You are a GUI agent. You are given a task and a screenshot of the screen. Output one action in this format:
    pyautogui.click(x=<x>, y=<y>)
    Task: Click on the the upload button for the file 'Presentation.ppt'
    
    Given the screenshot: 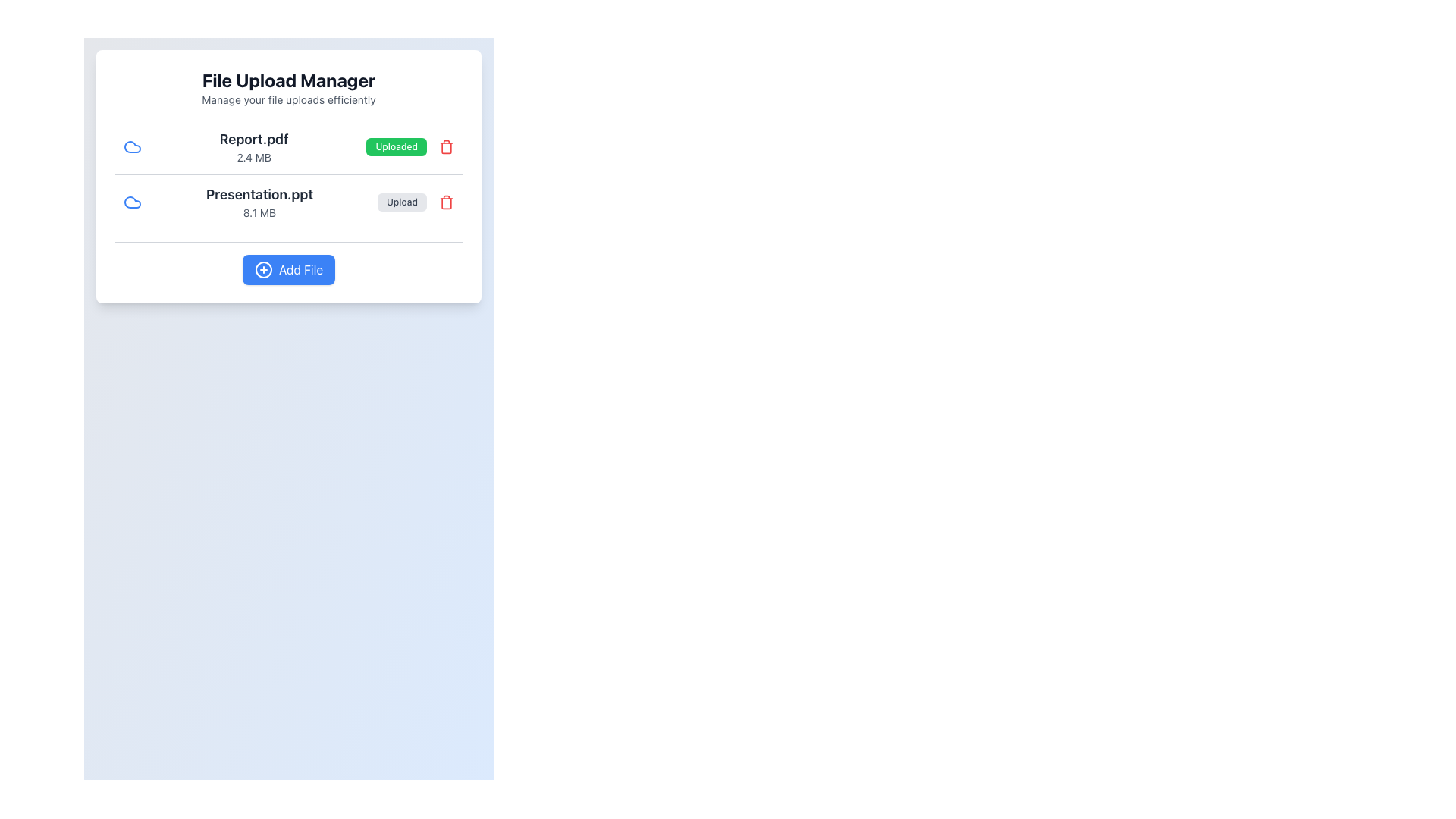 What is the action you would take?
    pyautogui.click(x=402, y=201)
    